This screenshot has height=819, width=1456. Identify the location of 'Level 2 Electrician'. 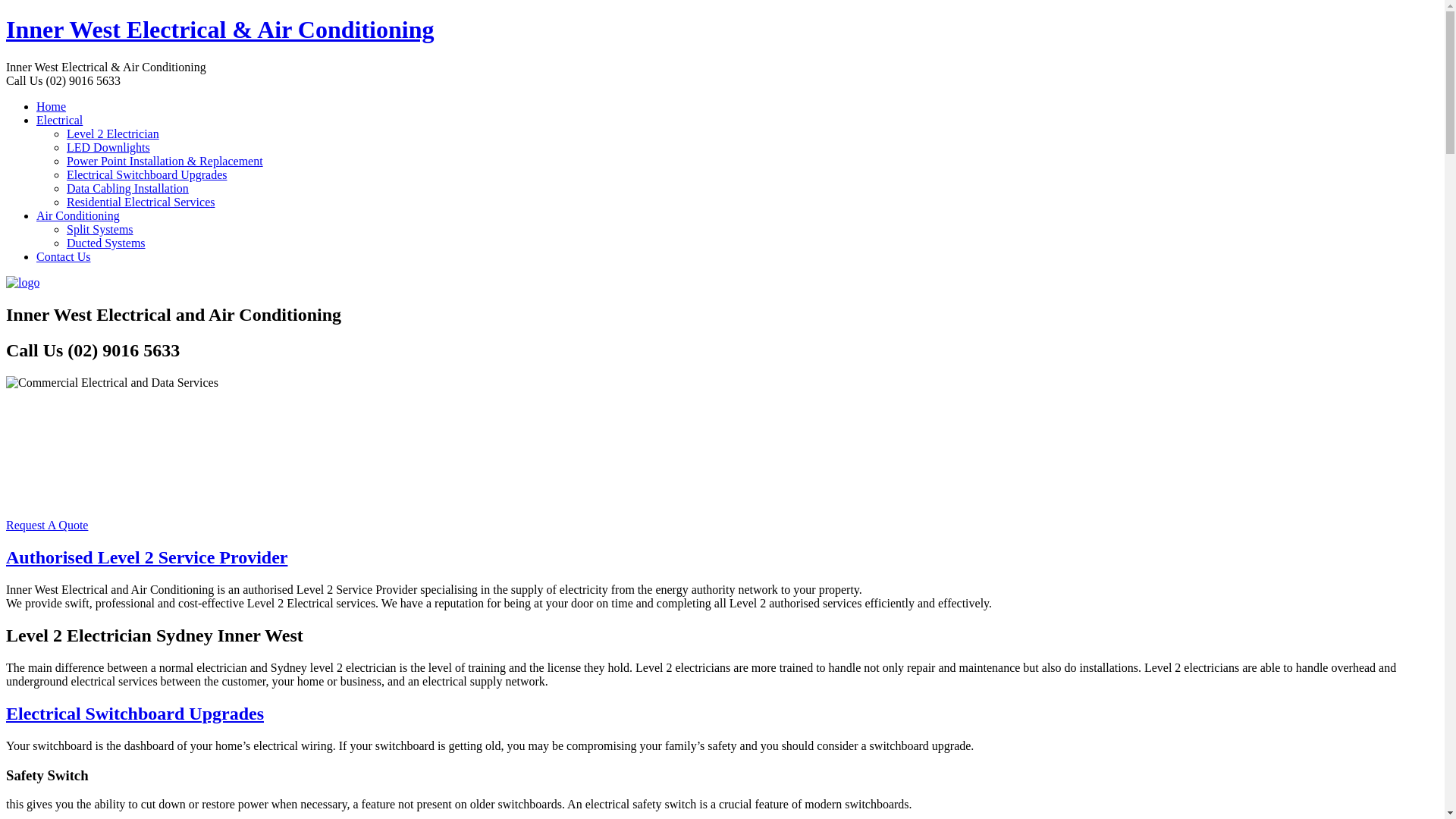
(65, 133).